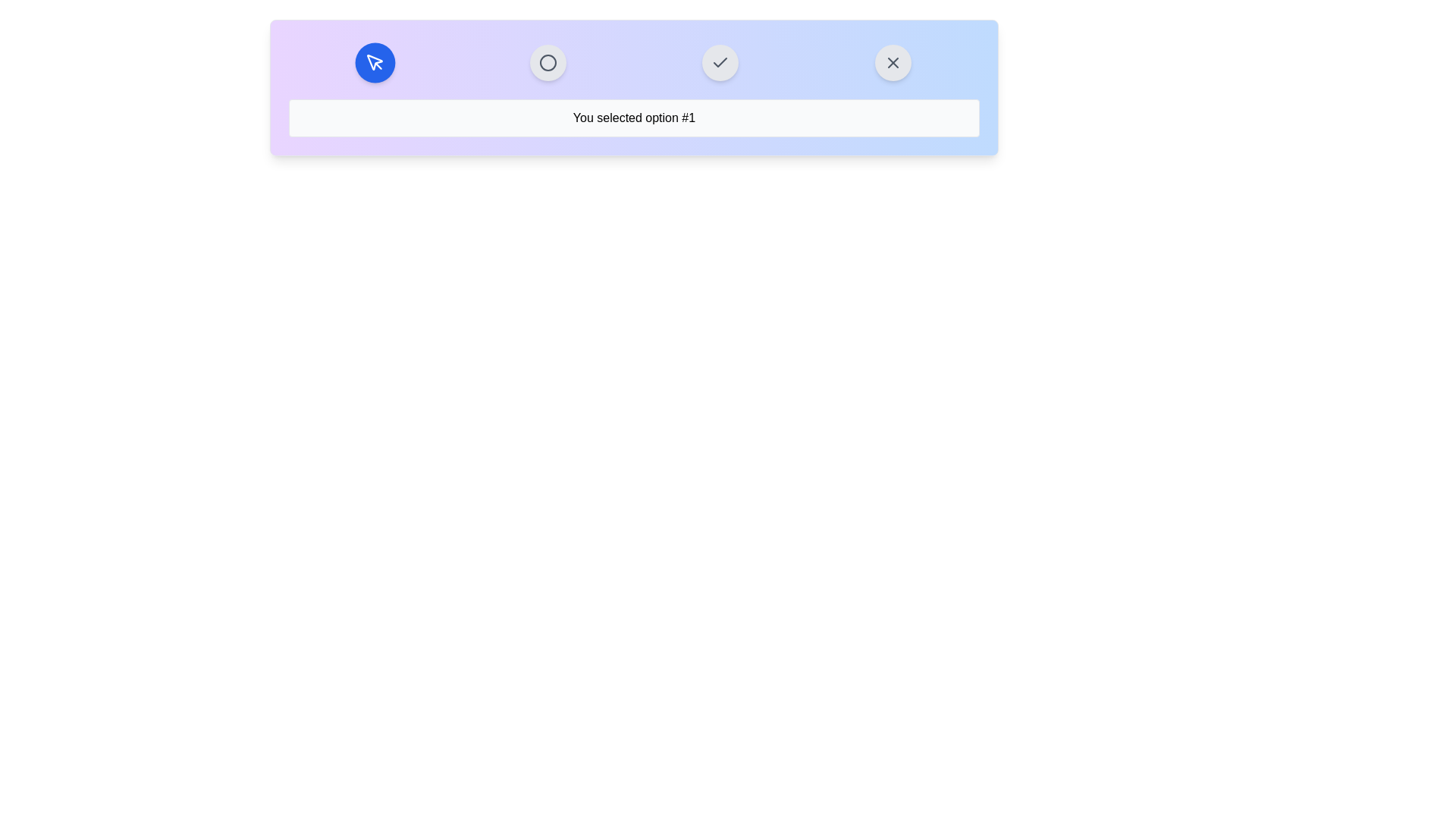  Describe the element at coordinates (375, 62) in the screenshot. I see `the icon corresponding to 1 by clicking the respective button` at that location.